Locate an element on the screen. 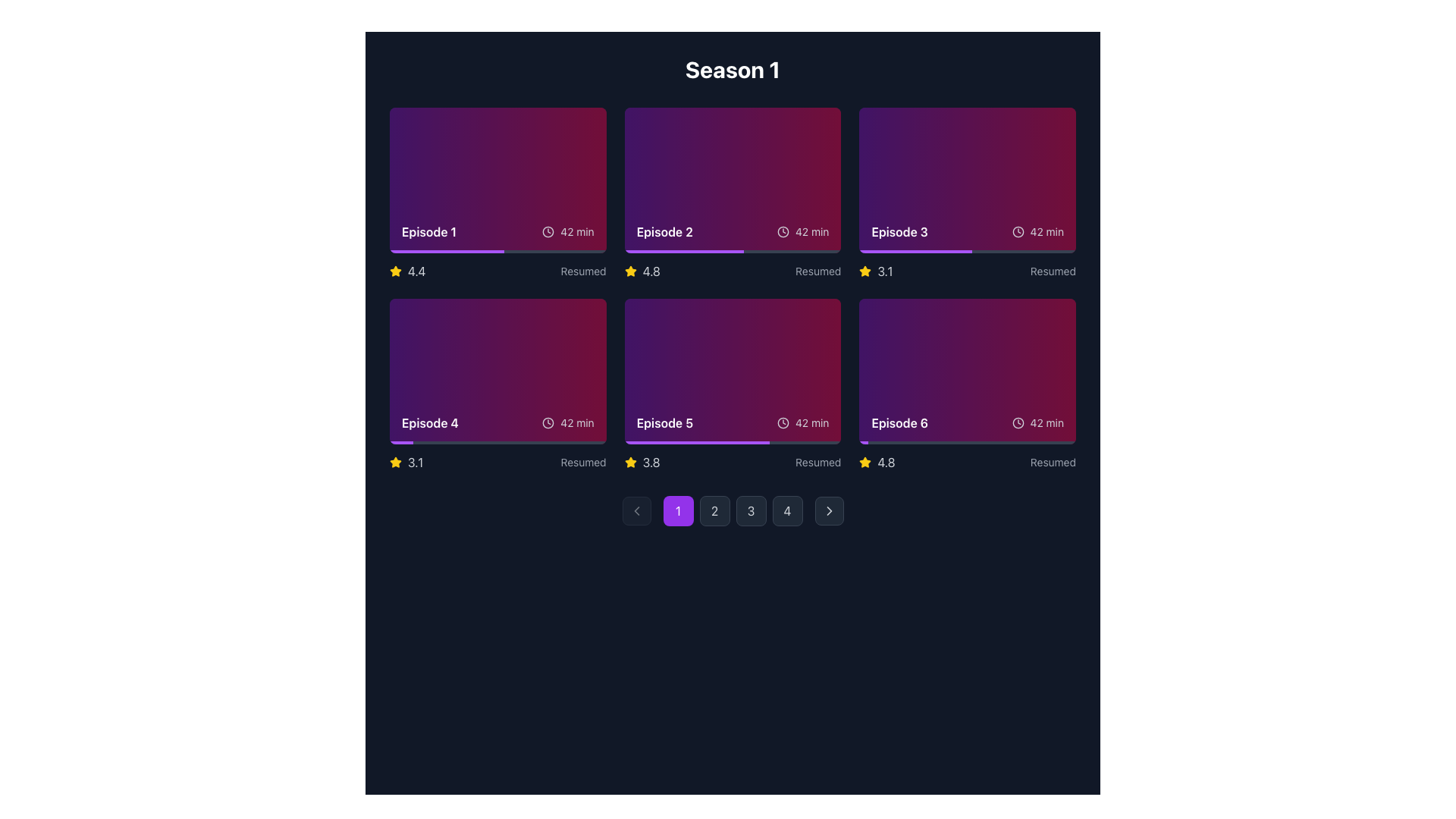 Image resolution: width=1456 pixels, height=819 pixels. the rating element displaying a yellow star icon and the numeric rating '4.8', located in the second episode card's bottom-left area adjacent to the 'Resumed' label is located at coordinates (642, 271).